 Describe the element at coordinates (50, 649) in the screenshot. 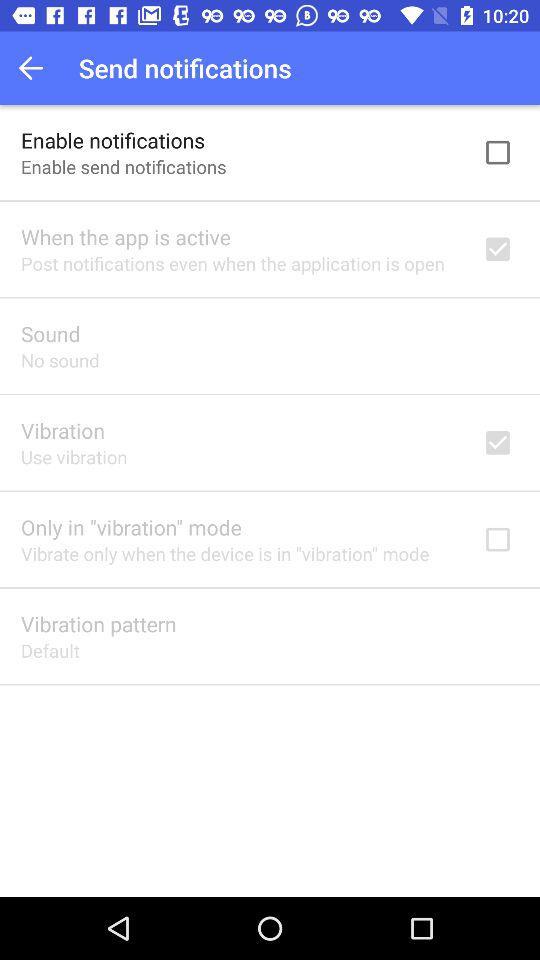

I see `the item at the bottom left corner` at that location.